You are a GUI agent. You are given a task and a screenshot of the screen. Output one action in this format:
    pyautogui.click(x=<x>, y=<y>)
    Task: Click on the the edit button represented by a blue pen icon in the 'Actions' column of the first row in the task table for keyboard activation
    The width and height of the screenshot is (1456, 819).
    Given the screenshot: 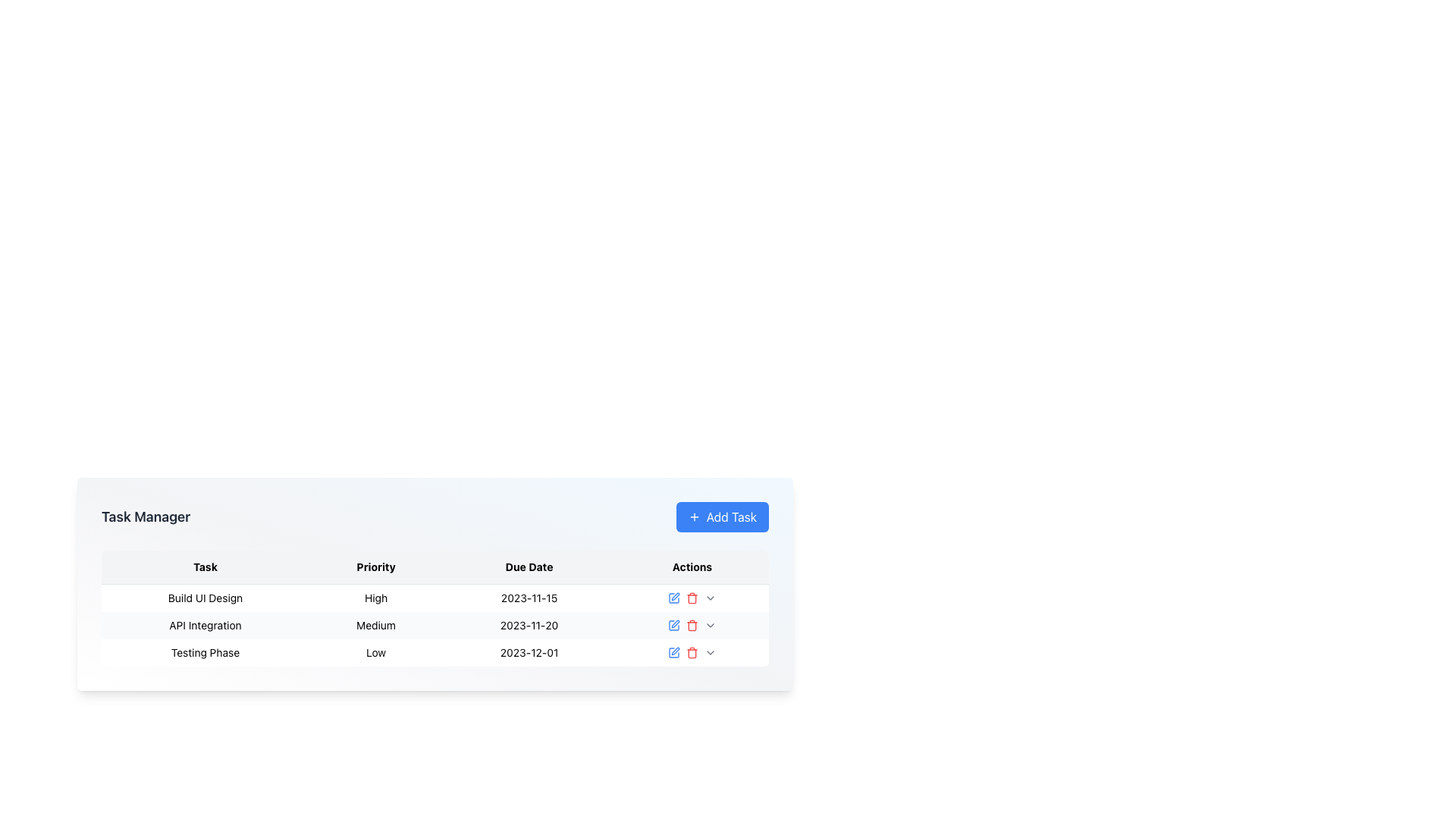 What is the action you would take?
    pyautogui.click(x=673, y=598)
    